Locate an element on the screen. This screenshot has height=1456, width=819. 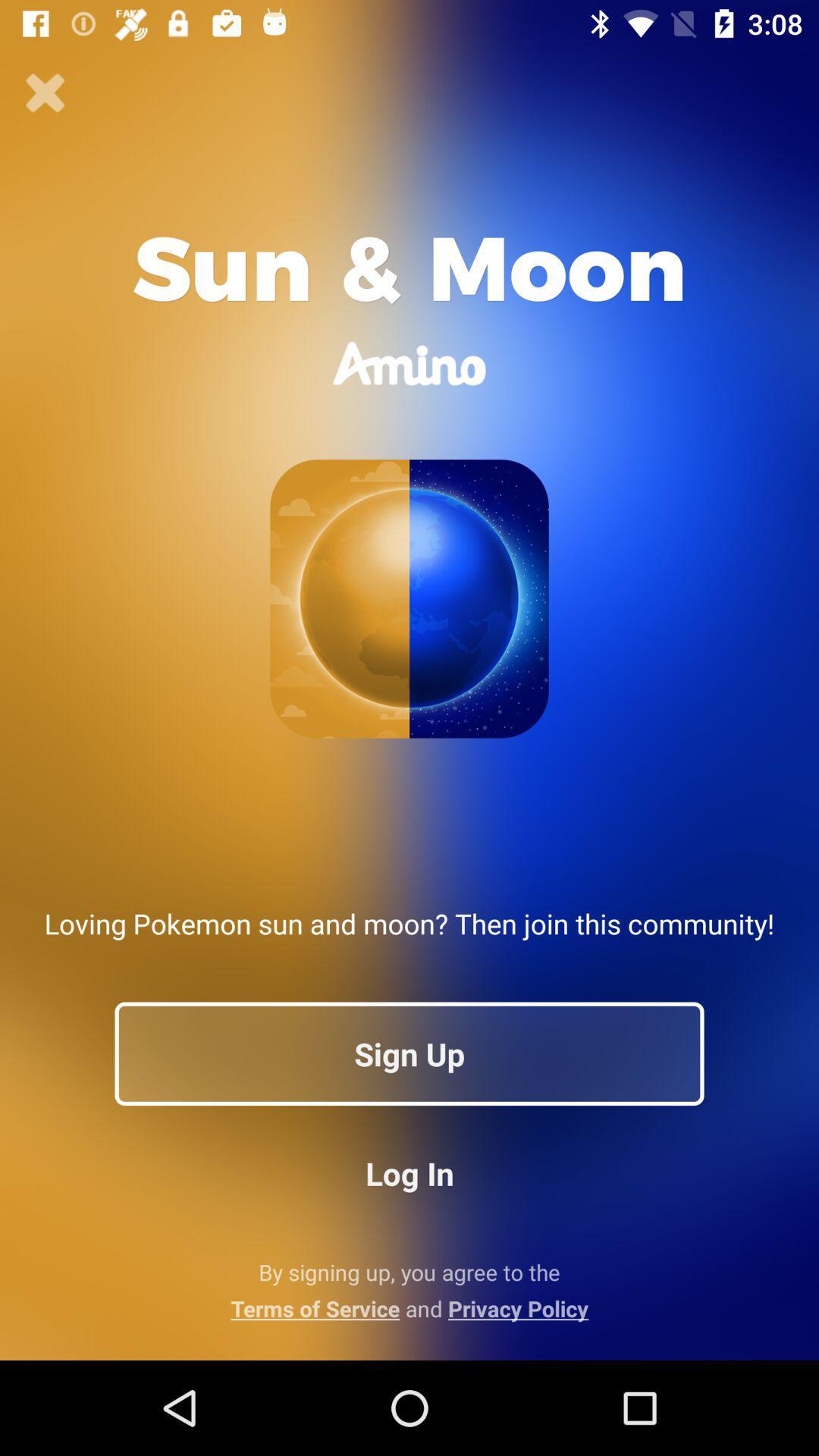
button is located at coordinates (45, 93).